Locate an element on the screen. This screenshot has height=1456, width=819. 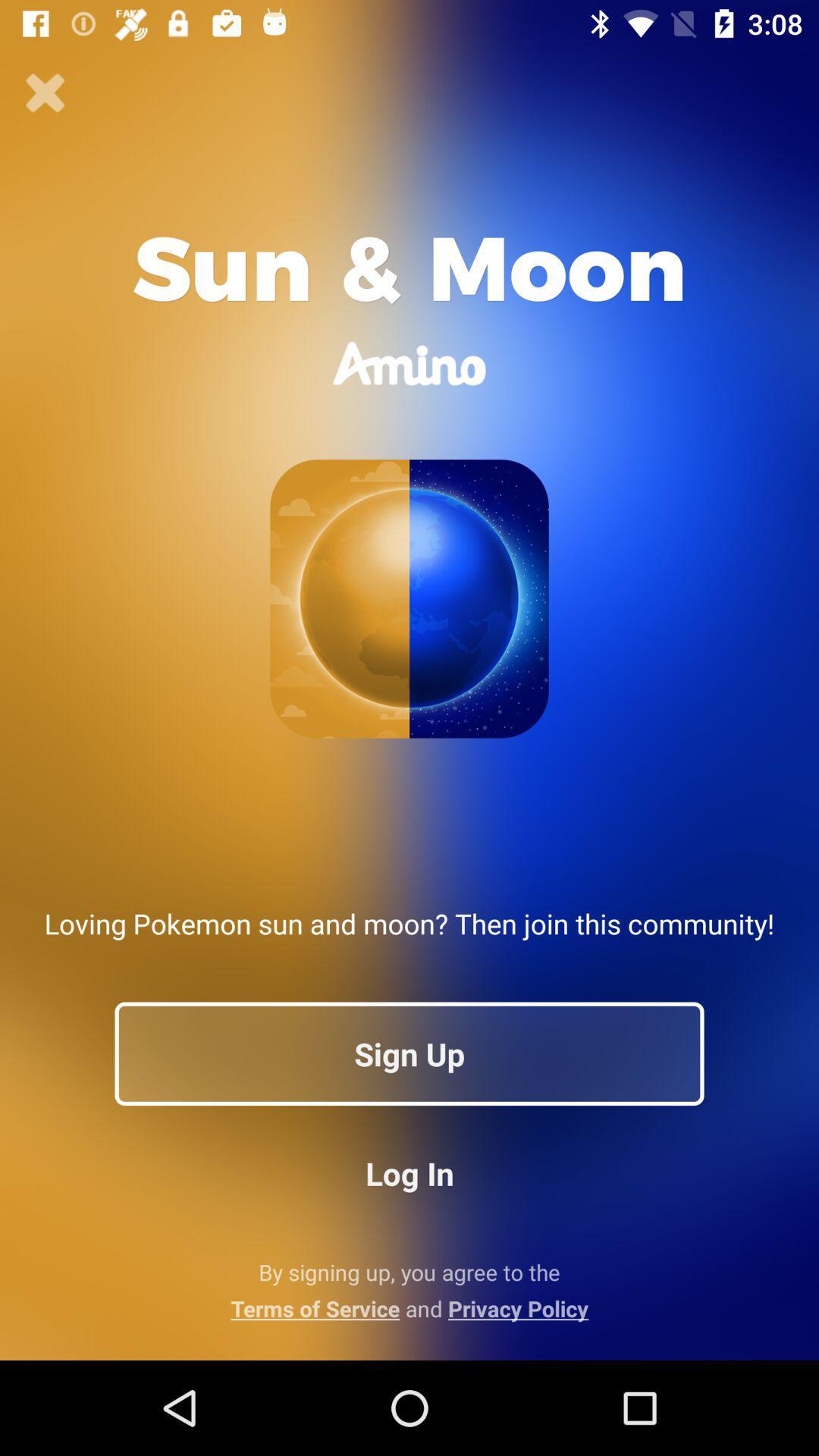
button is located at coordinates (45, 93).